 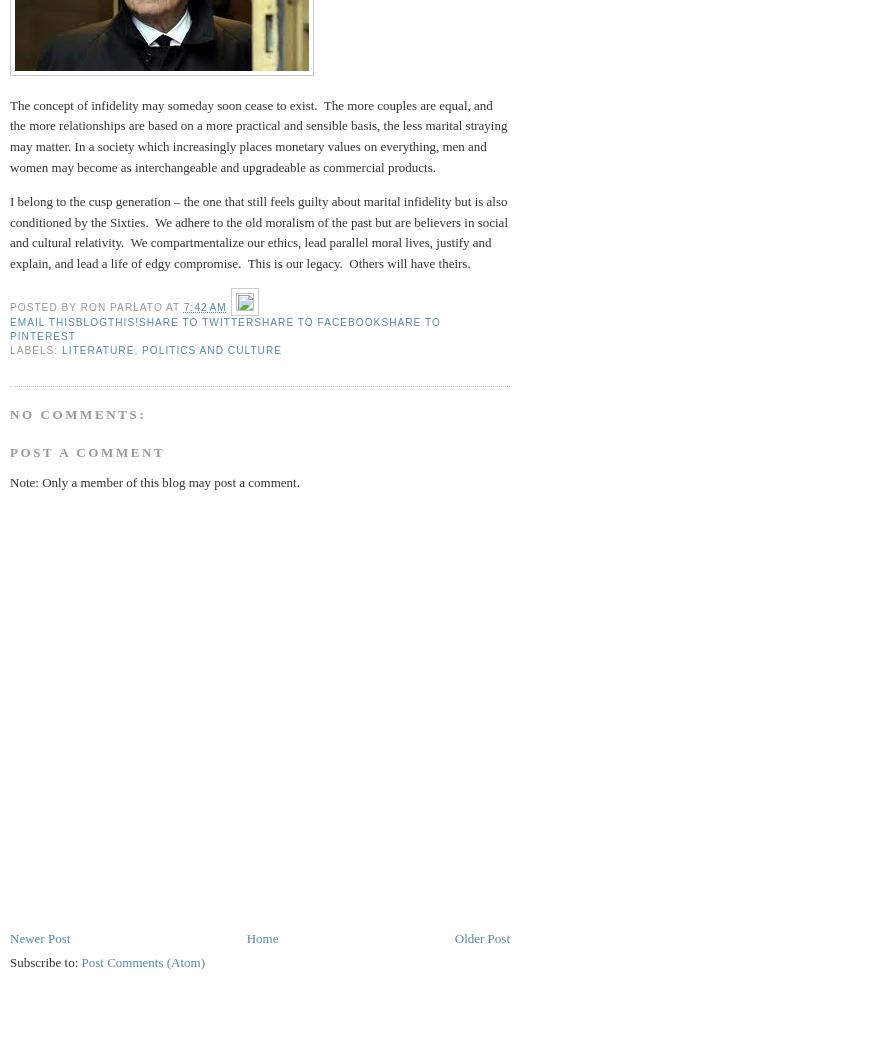 I want to click on 'Posted by', so click(x=9, y=307).